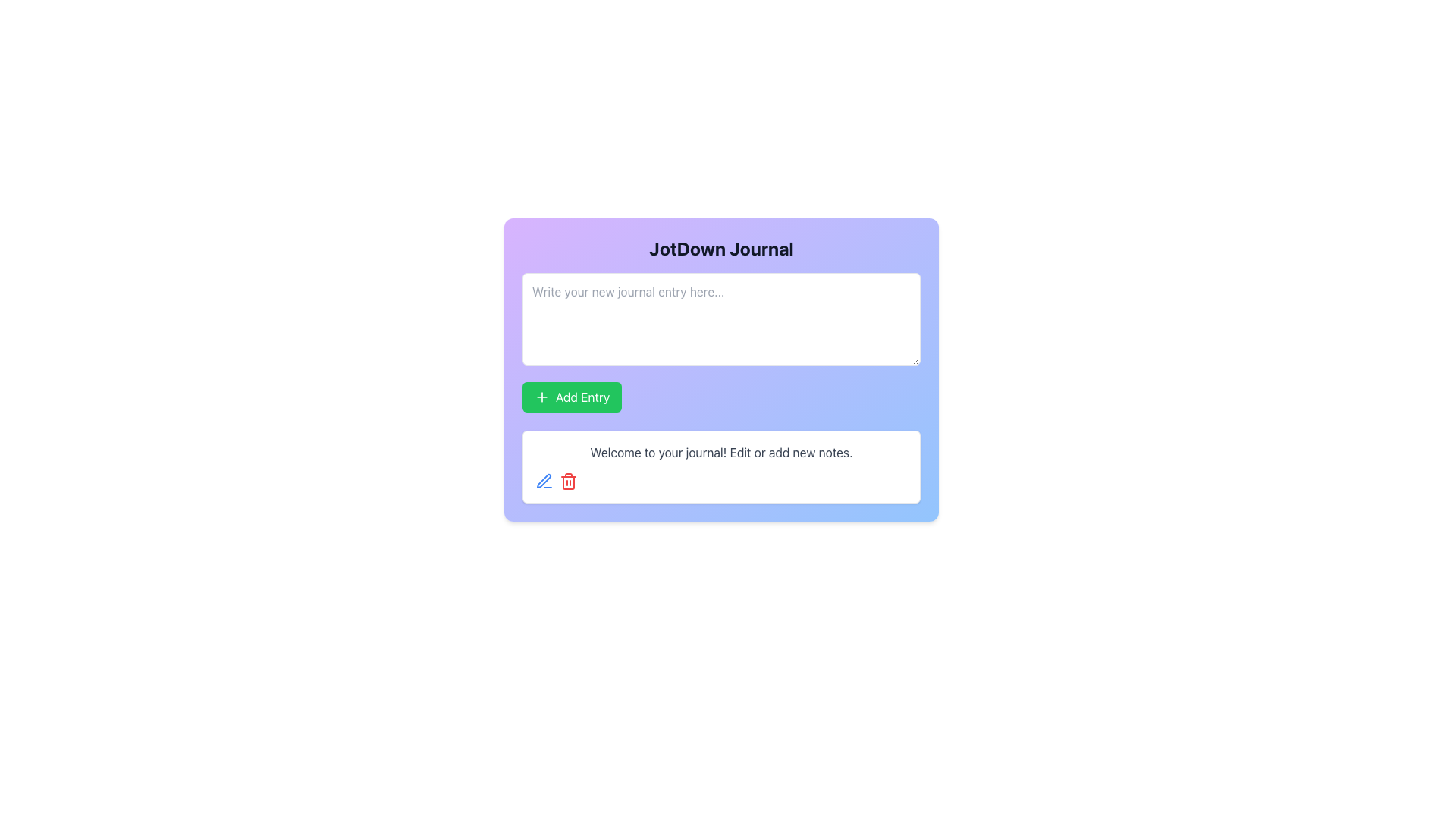 This screenshot has height=819, width=1456. I want to click on the green 'Add Entry' button with a white plus icon, located directly below the 'Write your new journal entry here...' input field, so click(571, 397).